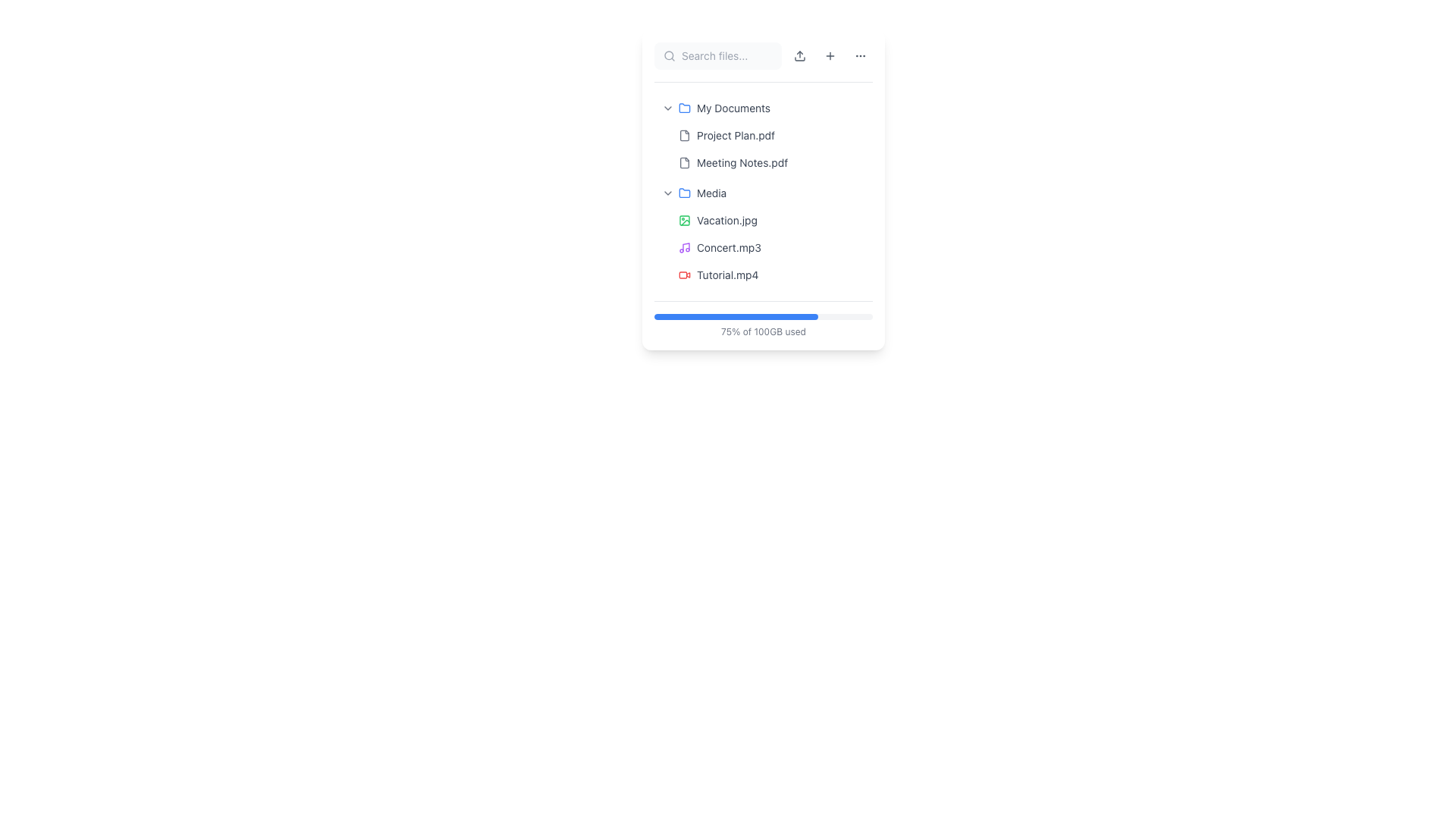 This screenshot has height=819, width=1456. What do you see at coordinates (667, 107) in the screenshot?
I see `the Chevron icon next to the 'My Documents' folder` at bounding box center [667, 107].